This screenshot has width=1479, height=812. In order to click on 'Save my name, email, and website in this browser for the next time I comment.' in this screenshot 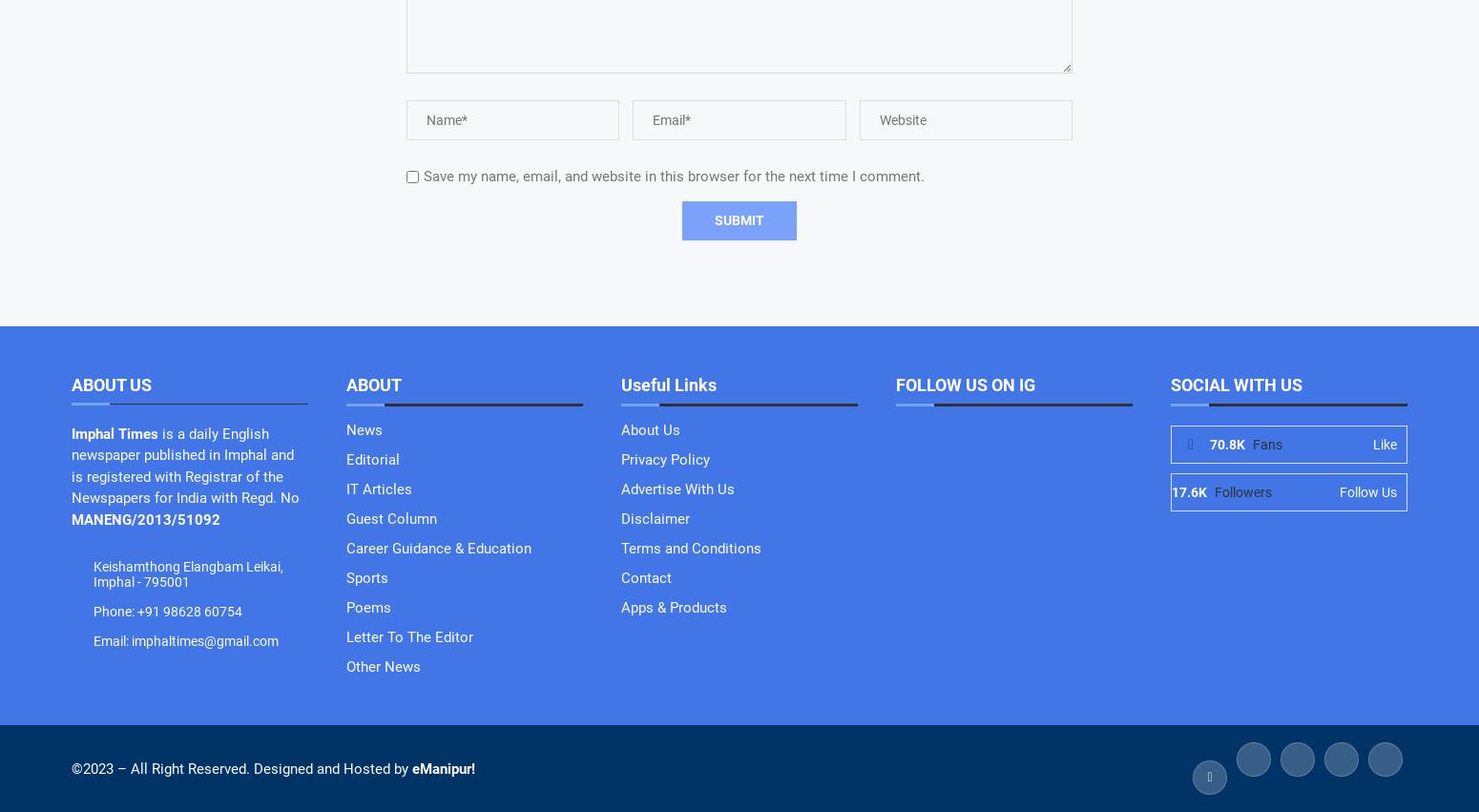, I will do `click(674, 174)`.